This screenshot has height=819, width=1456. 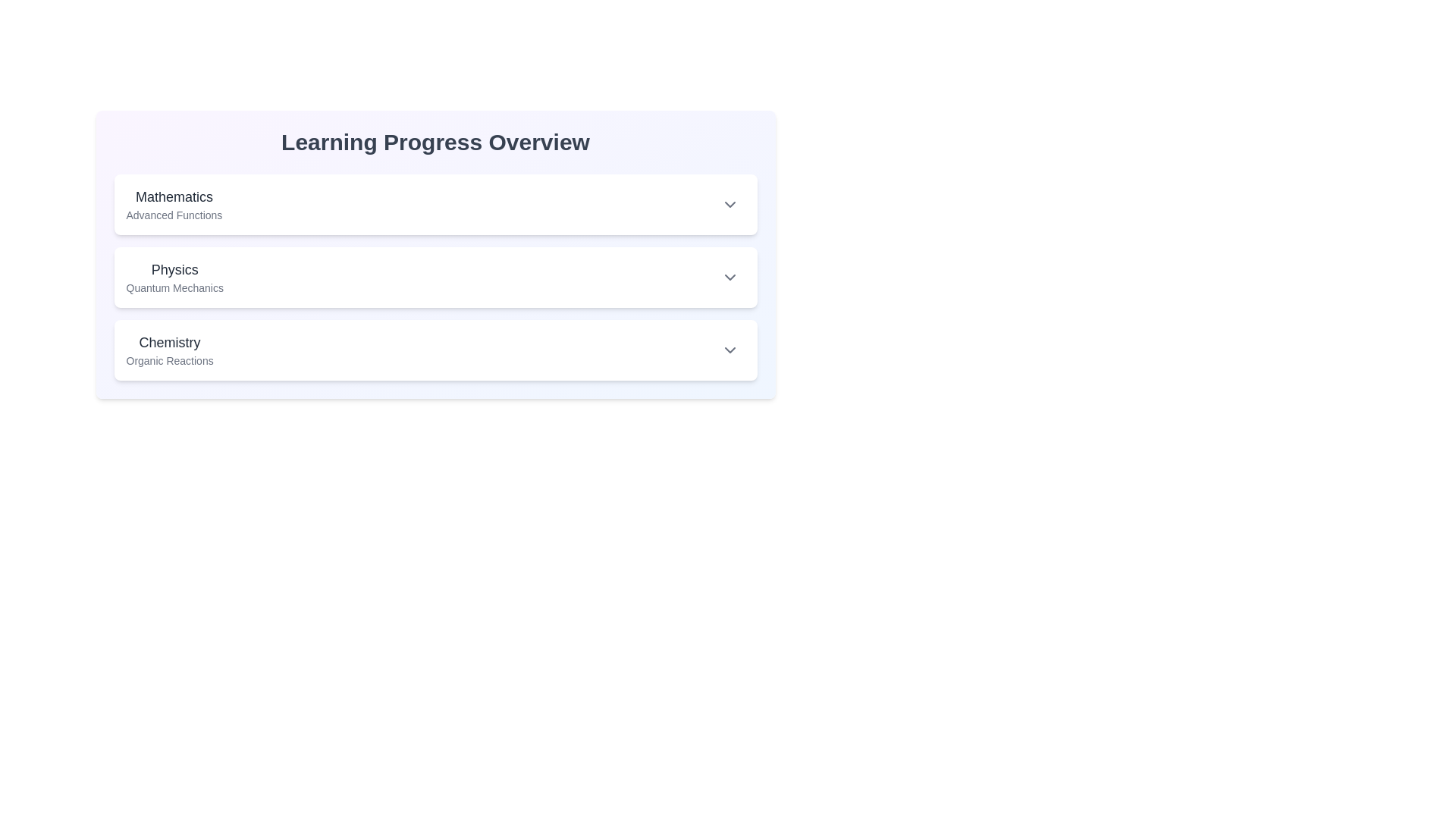 What do you see at coordinates (170, 350) in the screenshot?
I see `the text block containing the title 'Chemistry' and subtitle 'Organic Reactions', which is the first text content in the third section of learning topics` at bounding box center [170, 350].